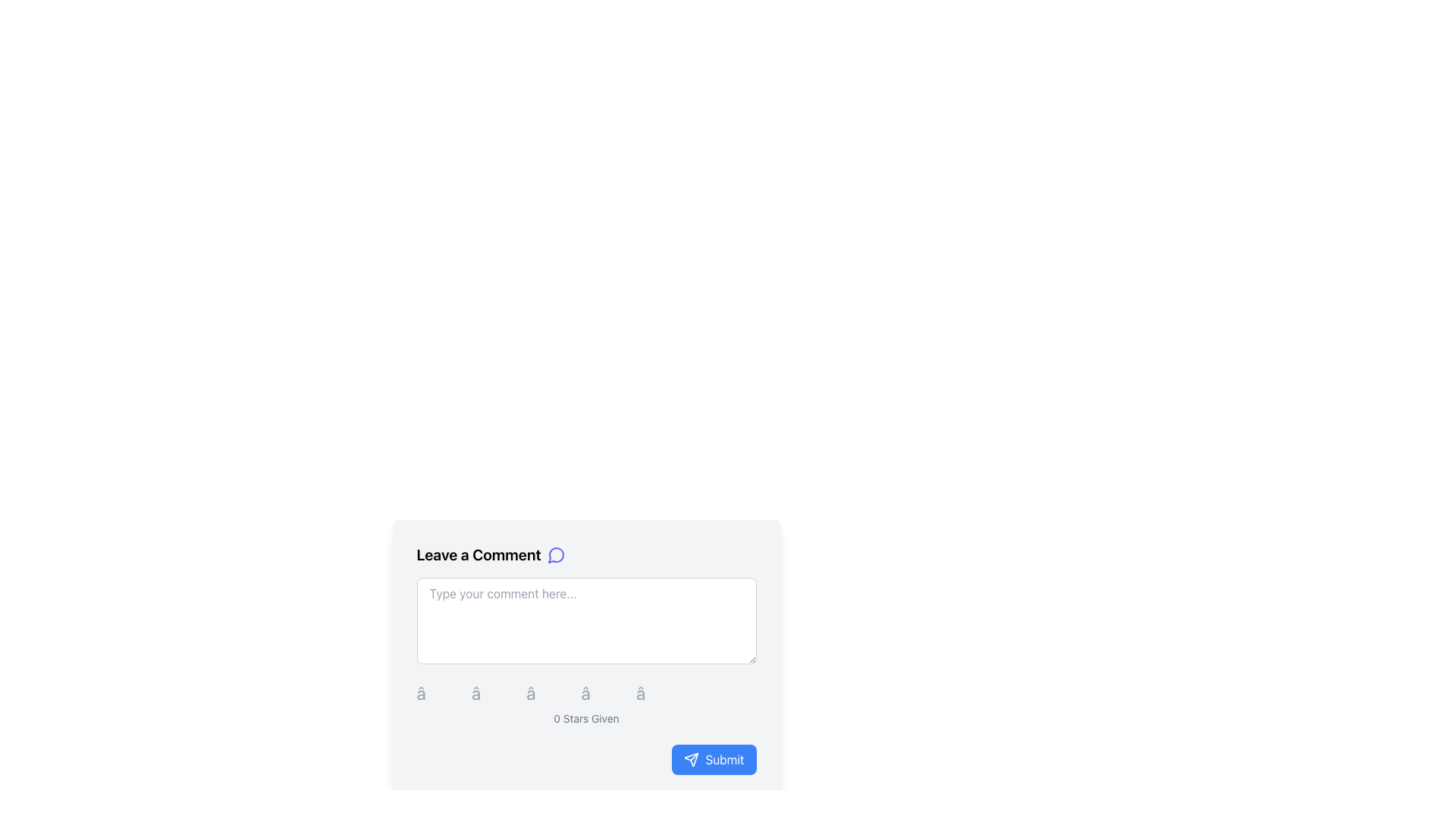  Describe the element at coordinates (585, 718) in the screenshot. I see `the text label displaying '0 Stars Given' located in the rating description section of the feedback card titled 'Leave a Comment'` at that location.